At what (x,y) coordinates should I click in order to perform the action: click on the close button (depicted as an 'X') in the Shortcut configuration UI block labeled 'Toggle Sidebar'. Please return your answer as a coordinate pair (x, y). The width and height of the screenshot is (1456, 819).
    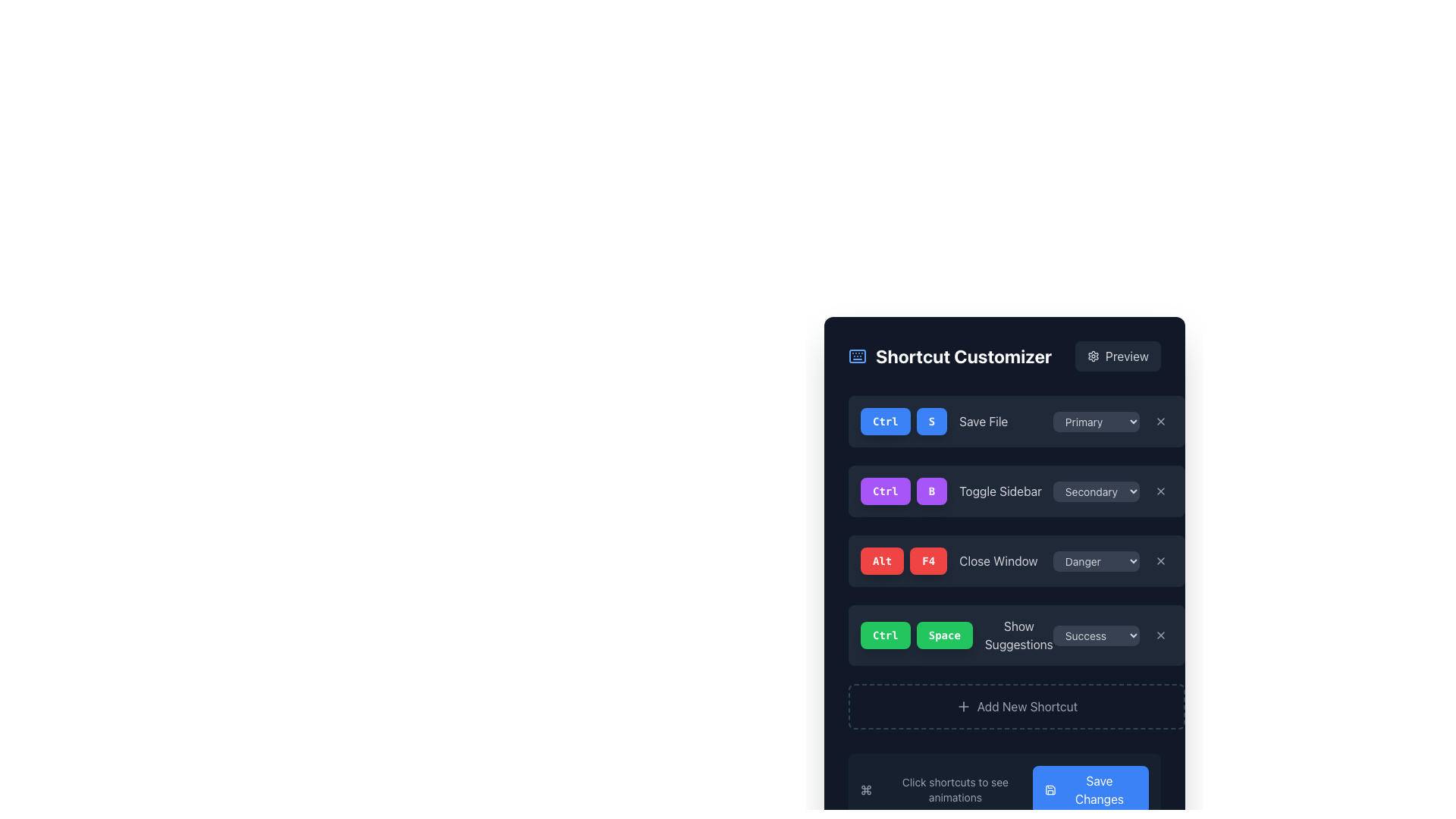
    Looking at the image, I should click on (1016, 491).